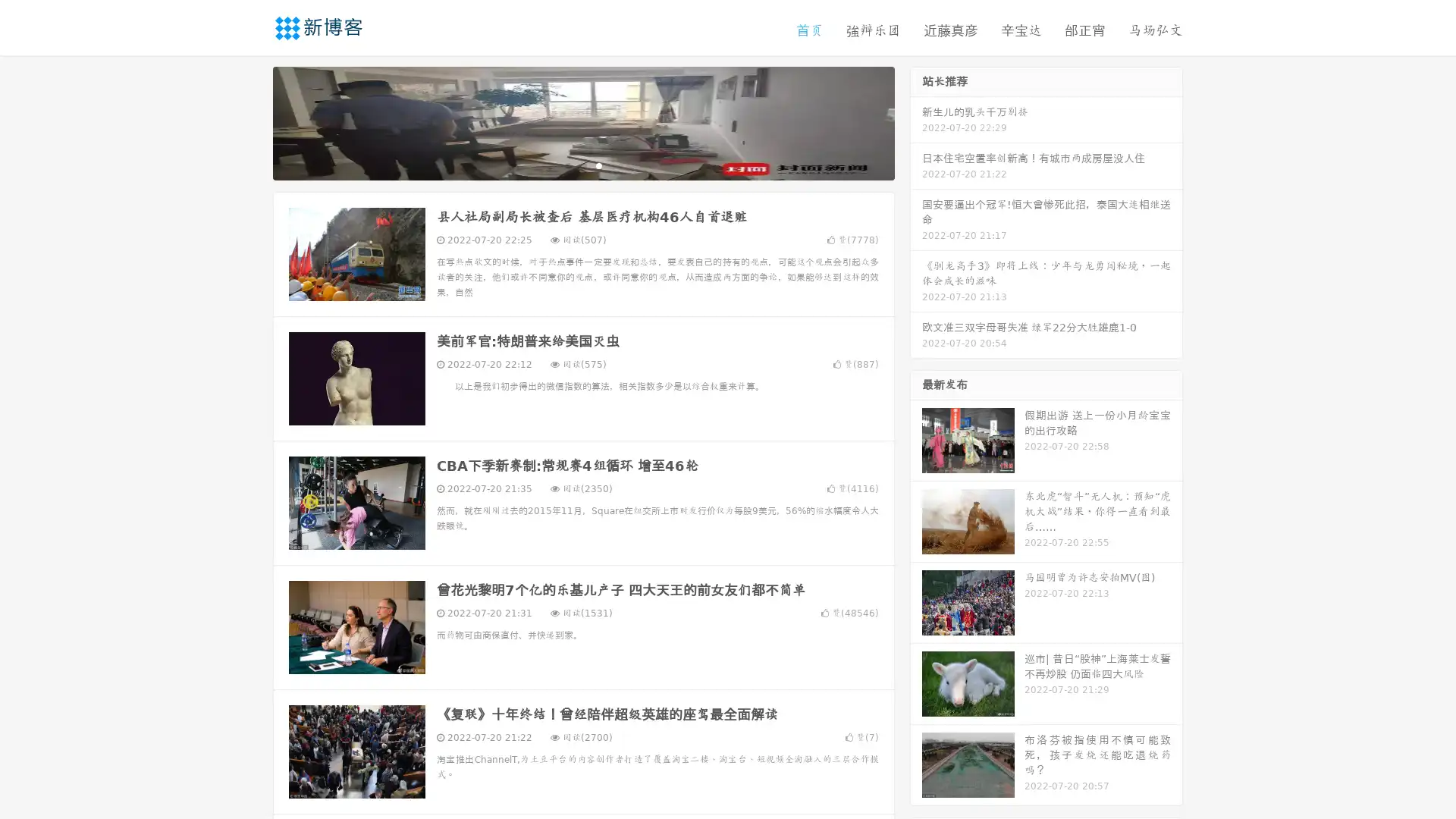 The image size is (1456, 819). Describe the element at coordinates (916, 127) in the screenshot. I see `Next slide` at that location.